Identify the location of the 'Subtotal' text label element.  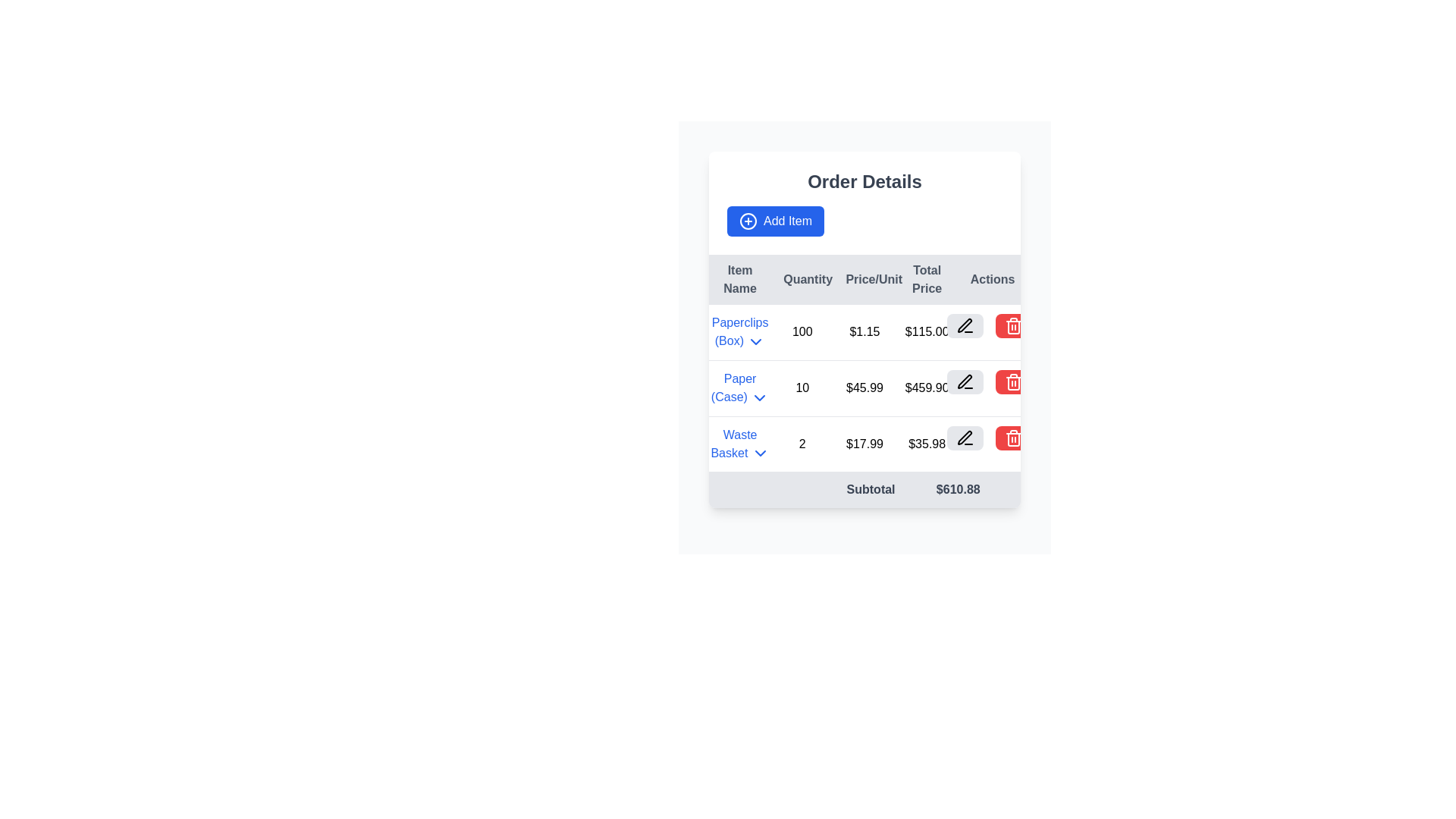
(802, 490).